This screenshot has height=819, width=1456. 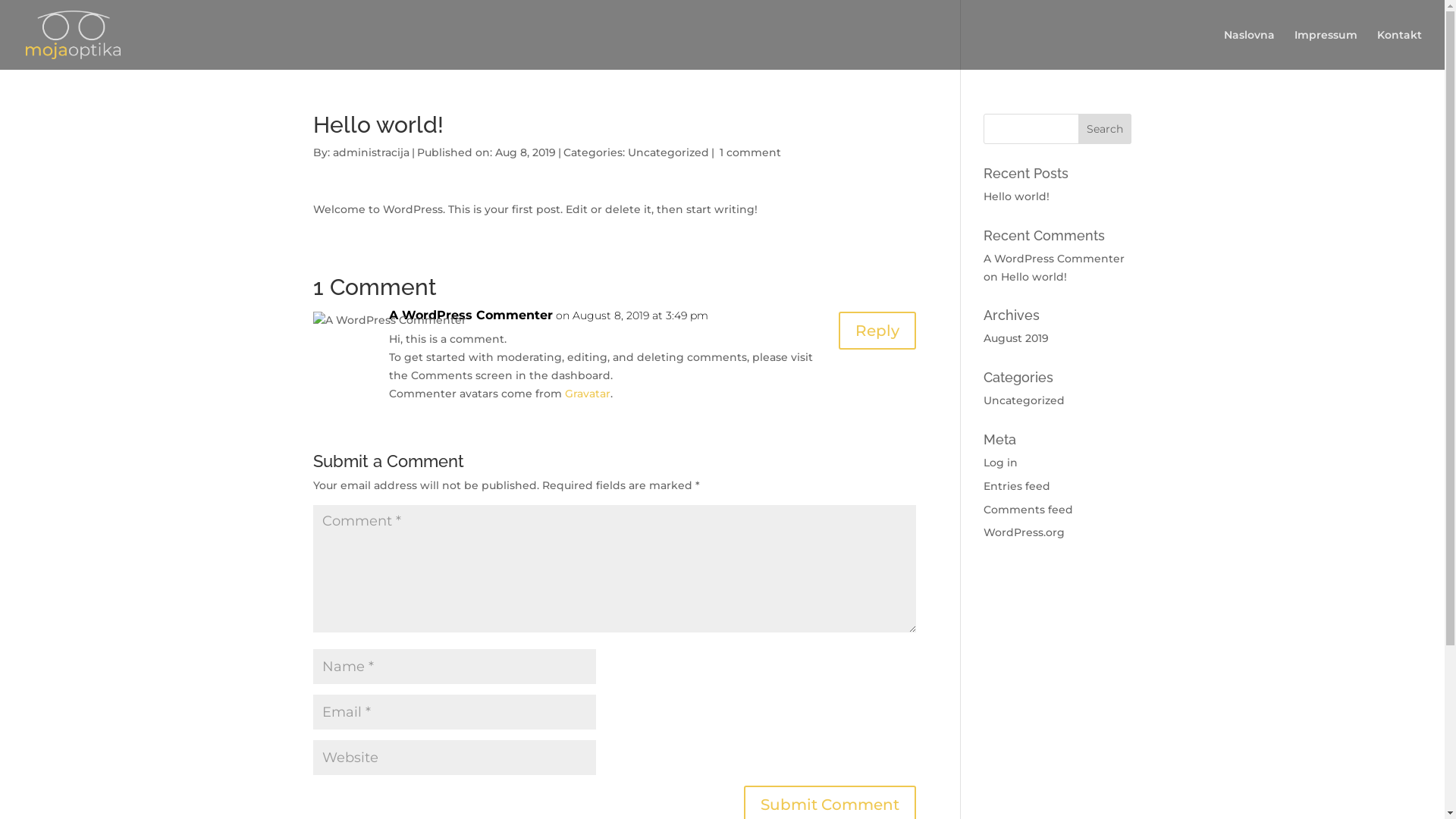 What do you see at coordinates (877, 329) in the screenshot?
I see `'Reply'` at bounding box center [877, 329].